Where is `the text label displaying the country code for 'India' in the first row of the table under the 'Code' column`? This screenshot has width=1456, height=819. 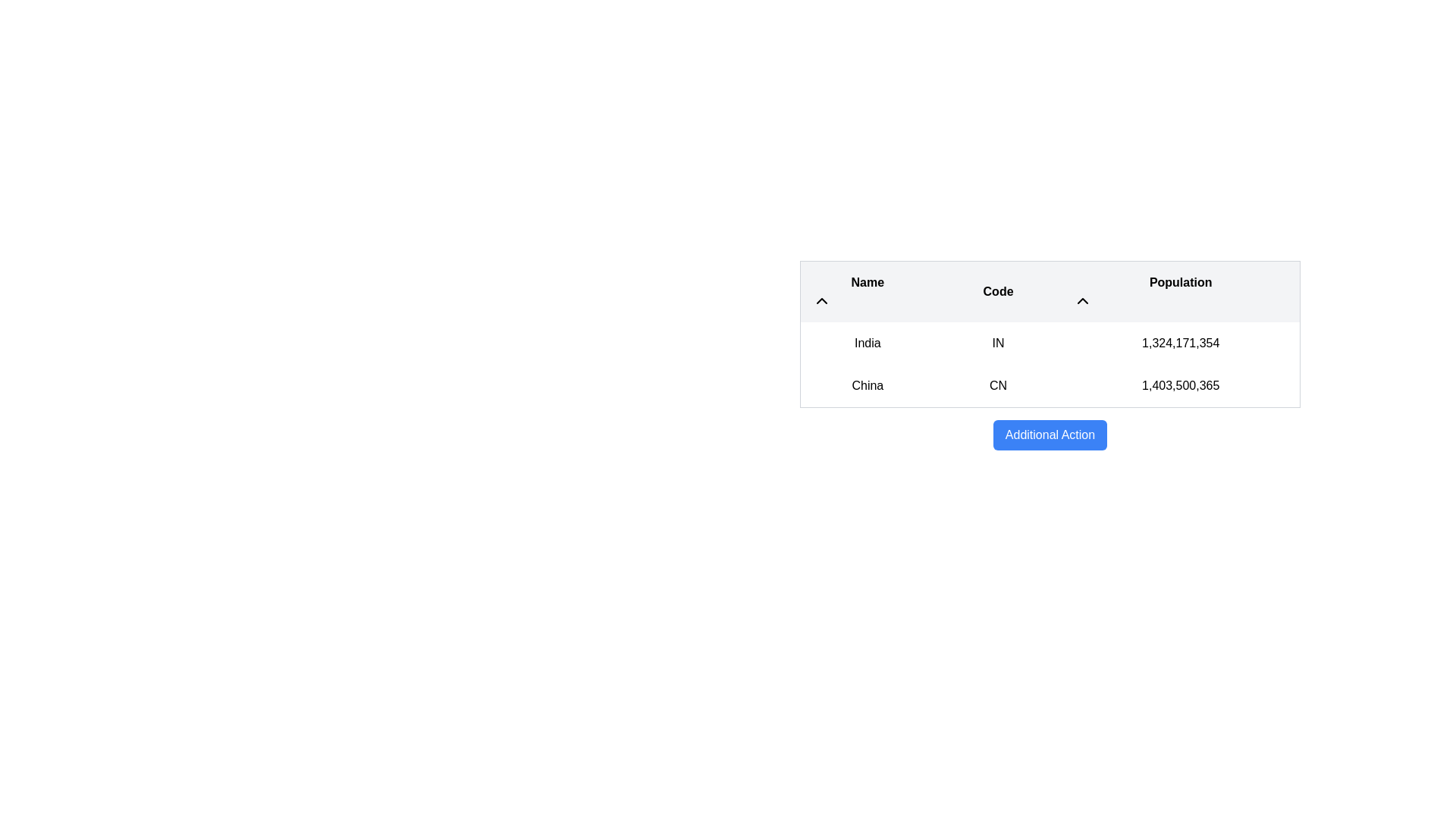
the text label displaying the country code for 'India' in the first row of the table under the 'Code' column is located at coordinates (998, 343).